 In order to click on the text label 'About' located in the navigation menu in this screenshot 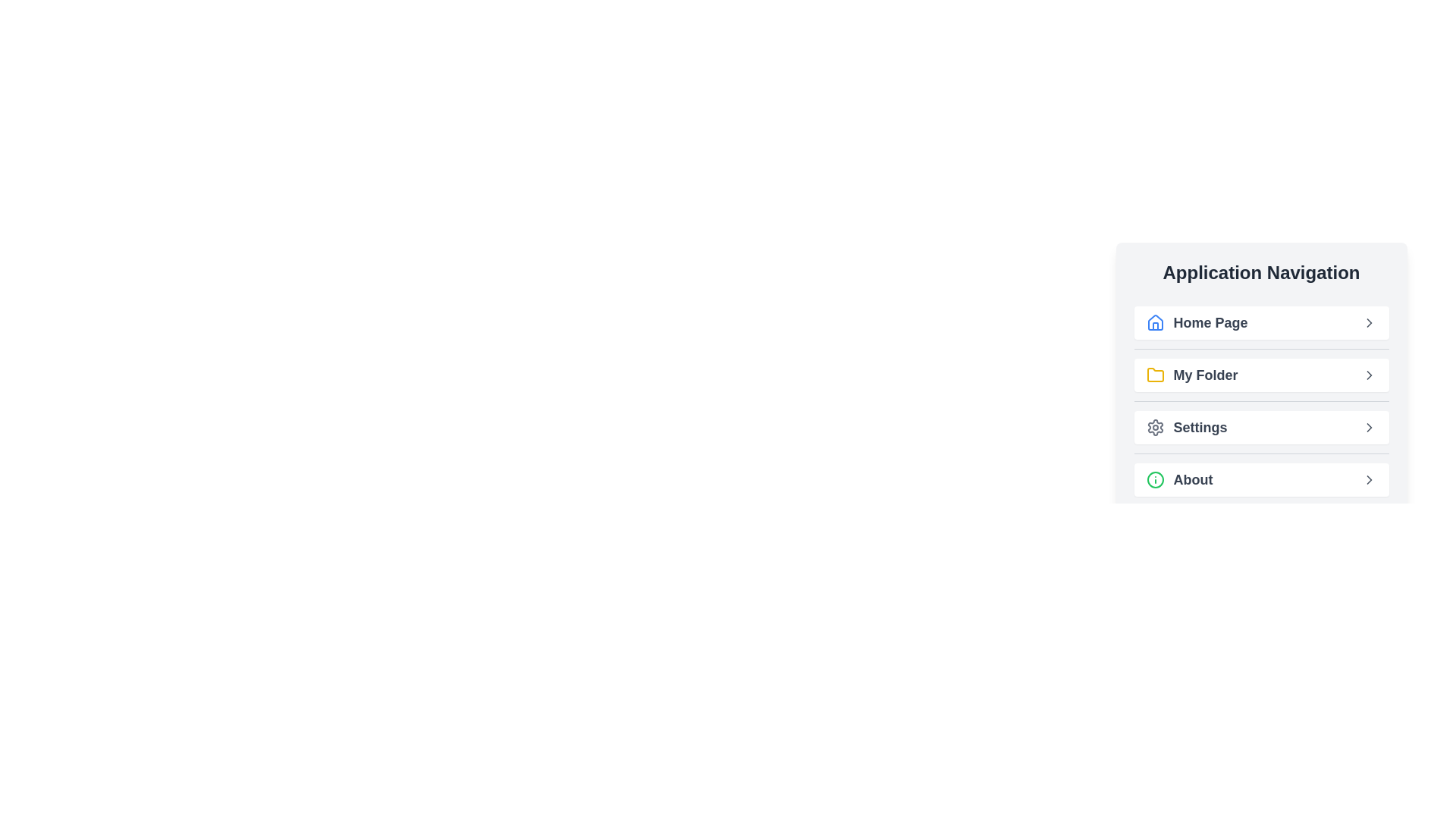, I will do `click(1192, 479)`.